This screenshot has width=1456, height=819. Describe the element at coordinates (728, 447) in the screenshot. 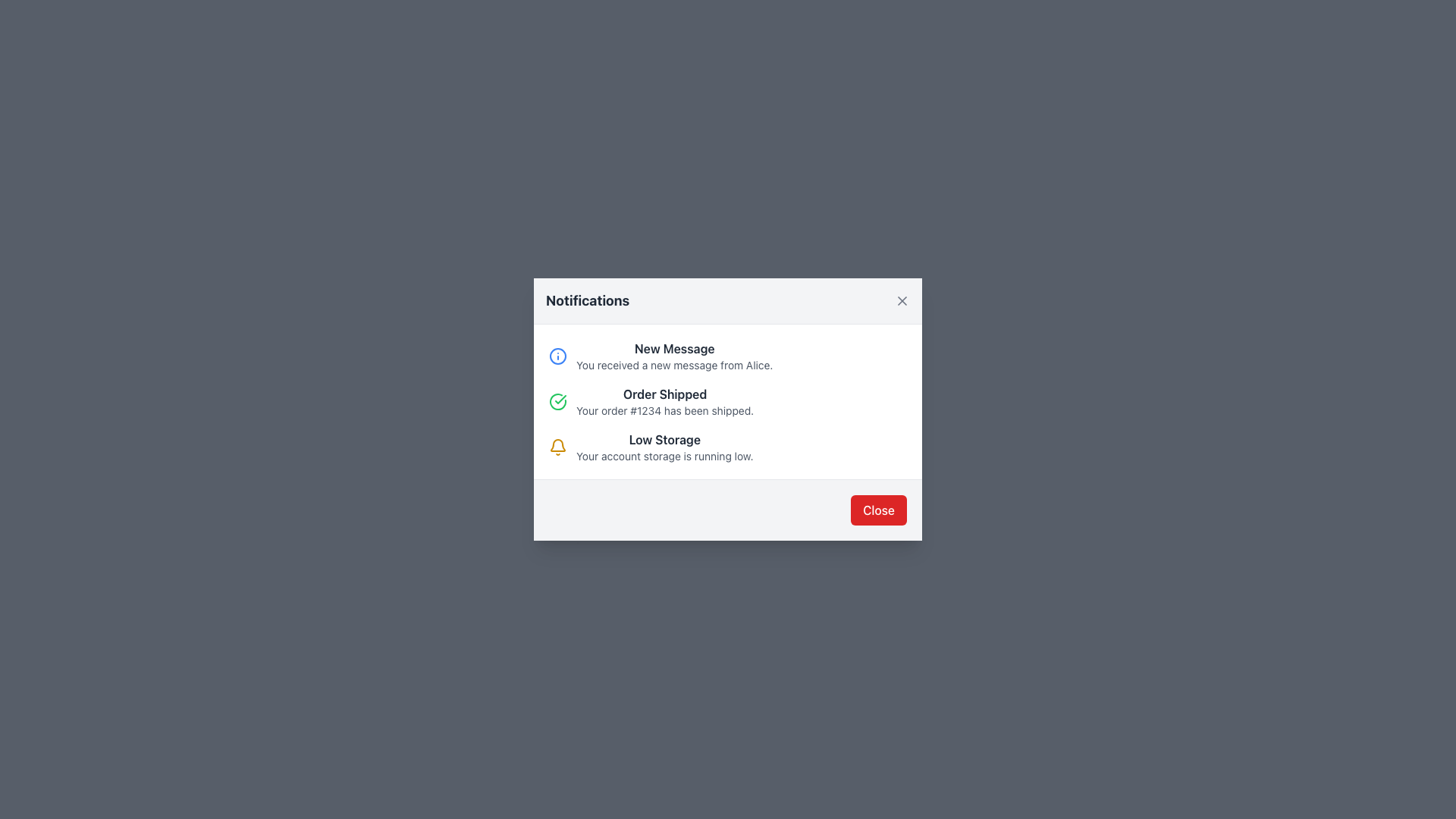

I see `the 'Low Storage' notification alert, which features a yellow bell icon and bold text, positioned third in the notification list` at that location.